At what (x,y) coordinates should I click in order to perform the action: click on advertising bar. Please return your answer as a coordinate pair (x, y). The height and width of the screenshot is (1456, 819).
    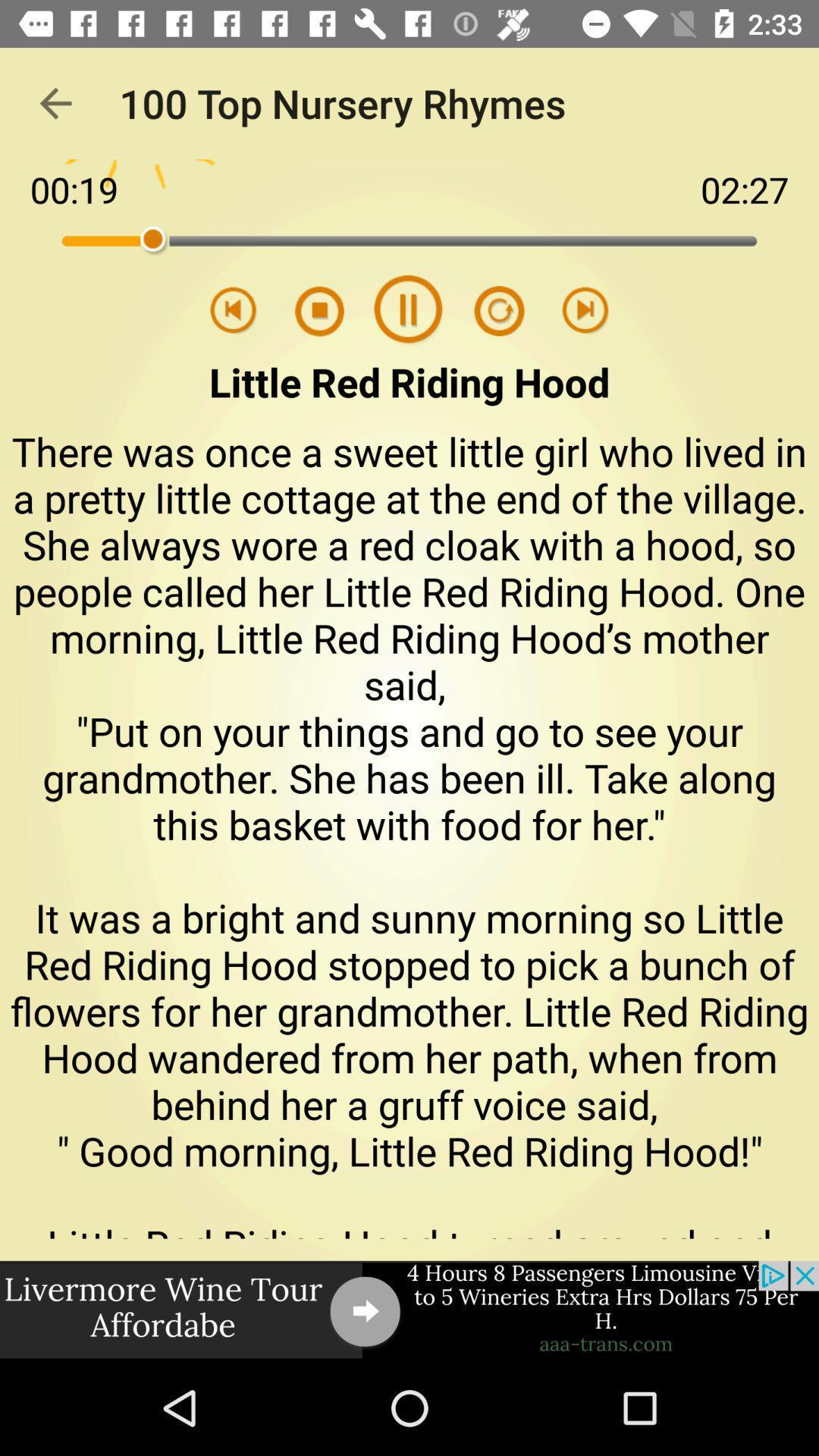
    Looking at the image, I should click on (409, 1310).